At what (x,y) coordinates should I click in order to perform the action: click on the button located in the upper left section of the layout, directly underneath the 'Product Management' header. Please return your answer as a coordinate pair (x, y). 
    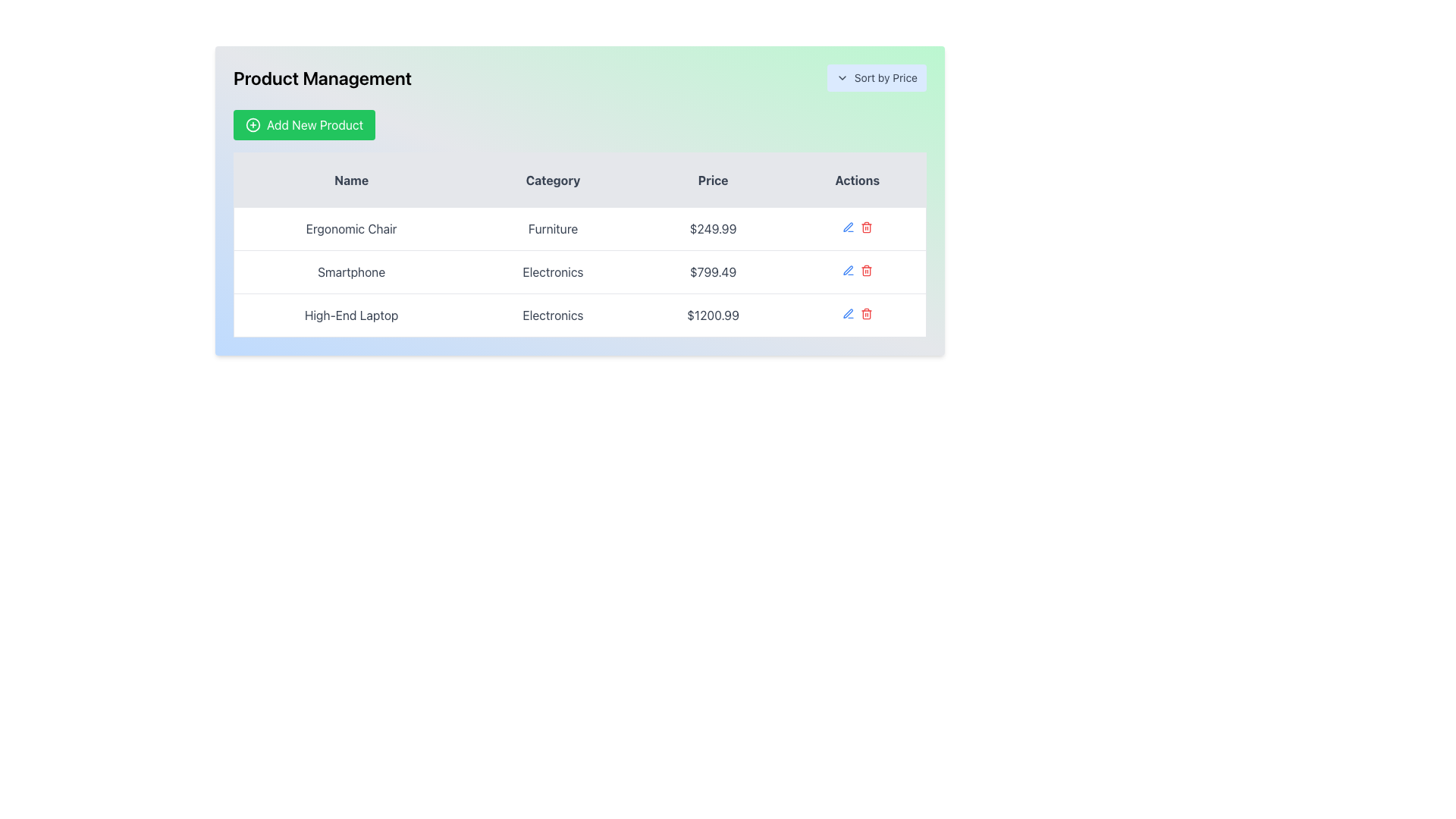
    Looking at the image, I should click on (303, 124).